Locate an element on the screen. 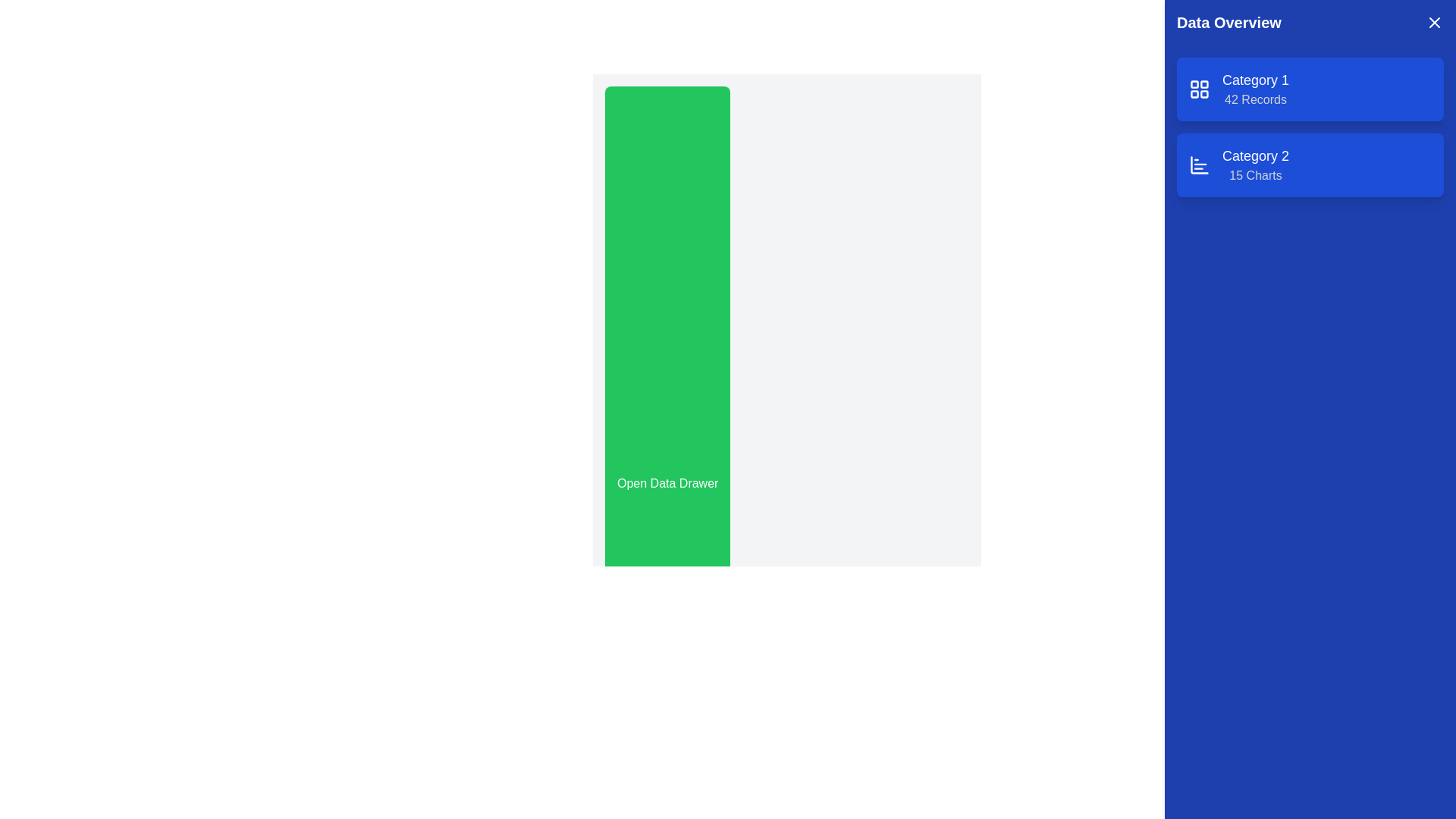 This screenshot has width=1456, height=819. the first category item in the drawer list is located at coordinates (1256, 89).